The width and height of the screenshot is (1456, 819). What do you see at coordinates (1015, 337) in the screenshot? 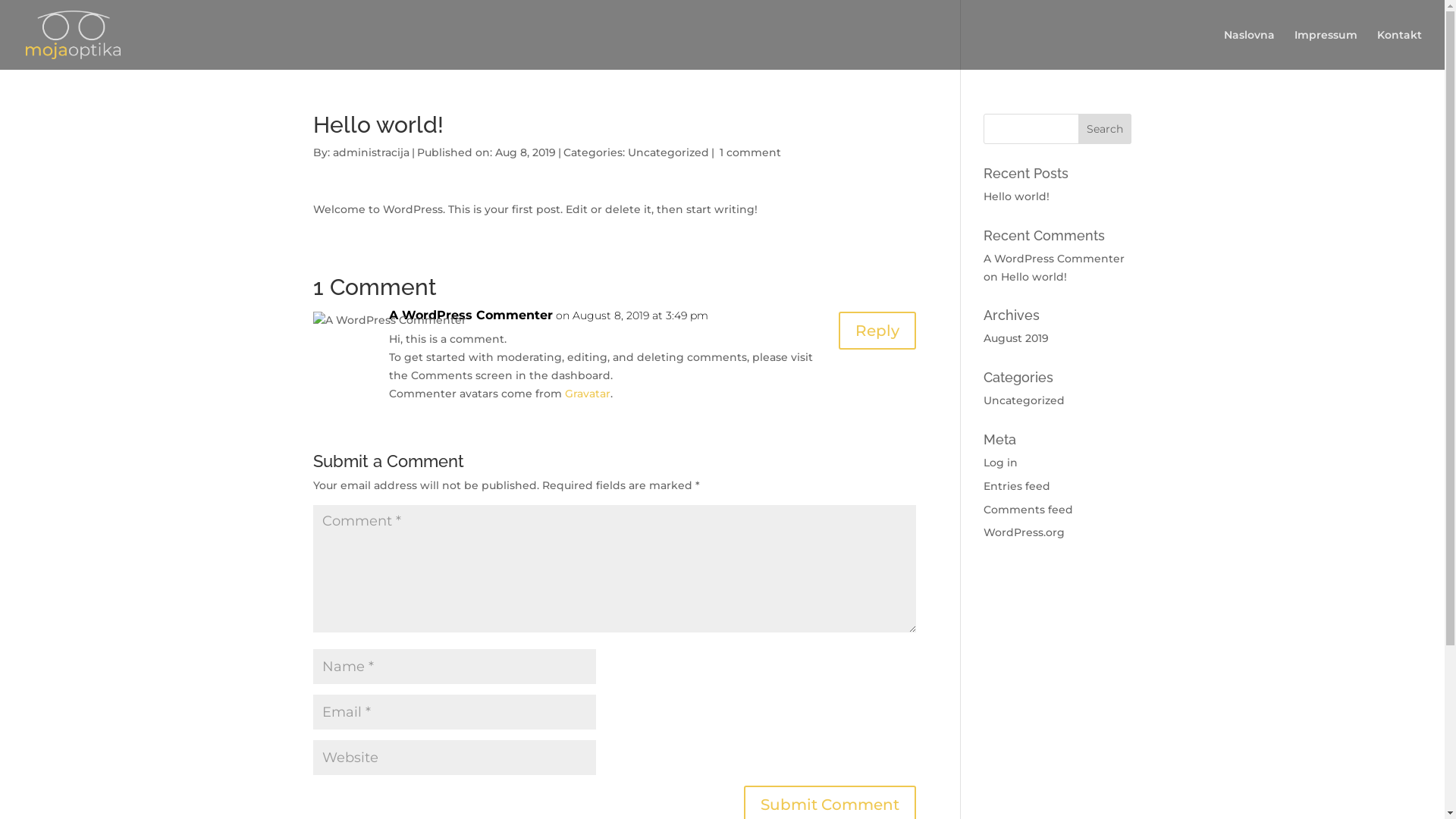
I see `'August 2019'` at bounding box center [1015, 337].